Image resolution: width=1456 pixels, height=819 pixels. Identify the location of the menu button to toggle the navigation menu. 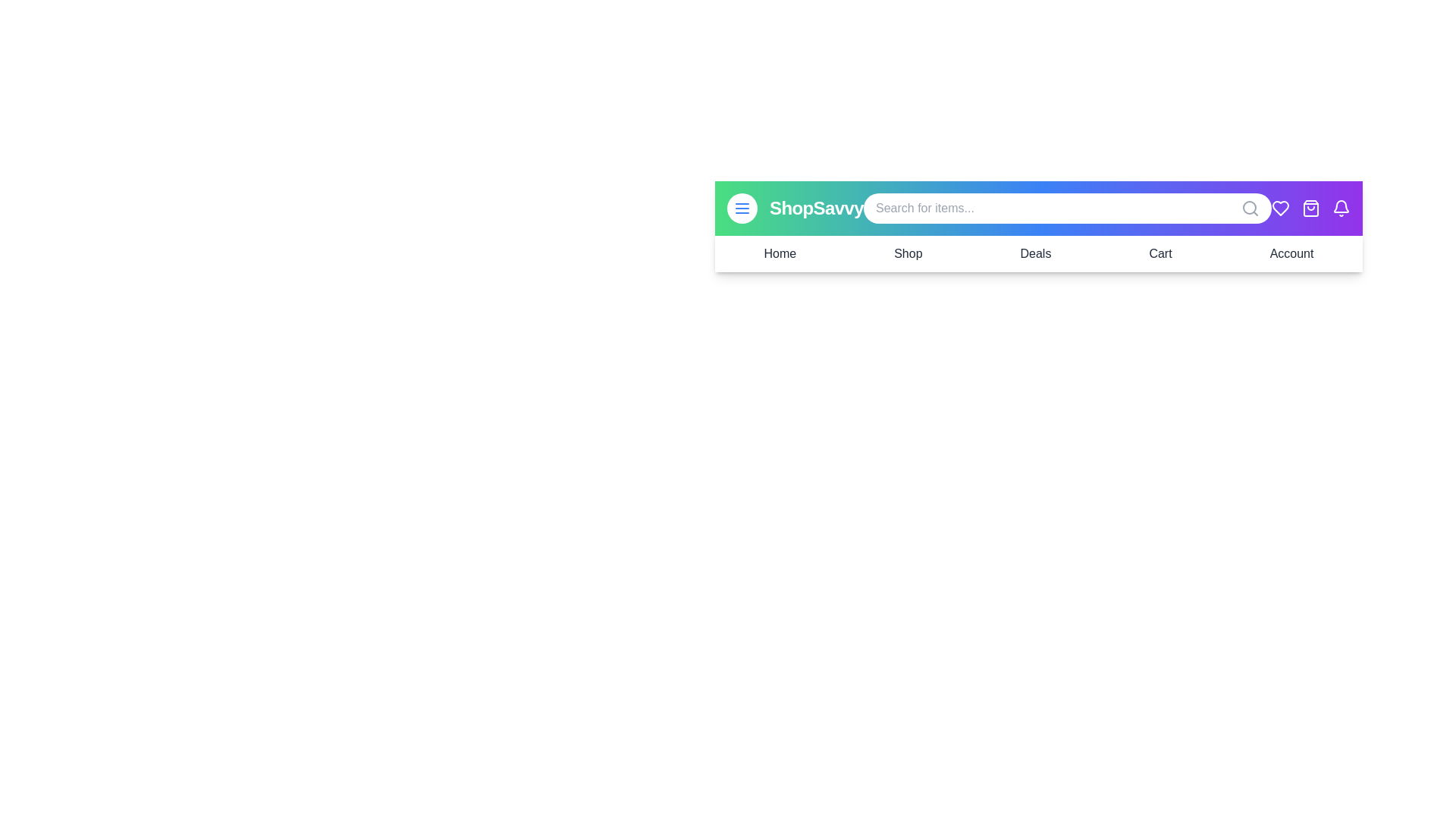
(742, 208).